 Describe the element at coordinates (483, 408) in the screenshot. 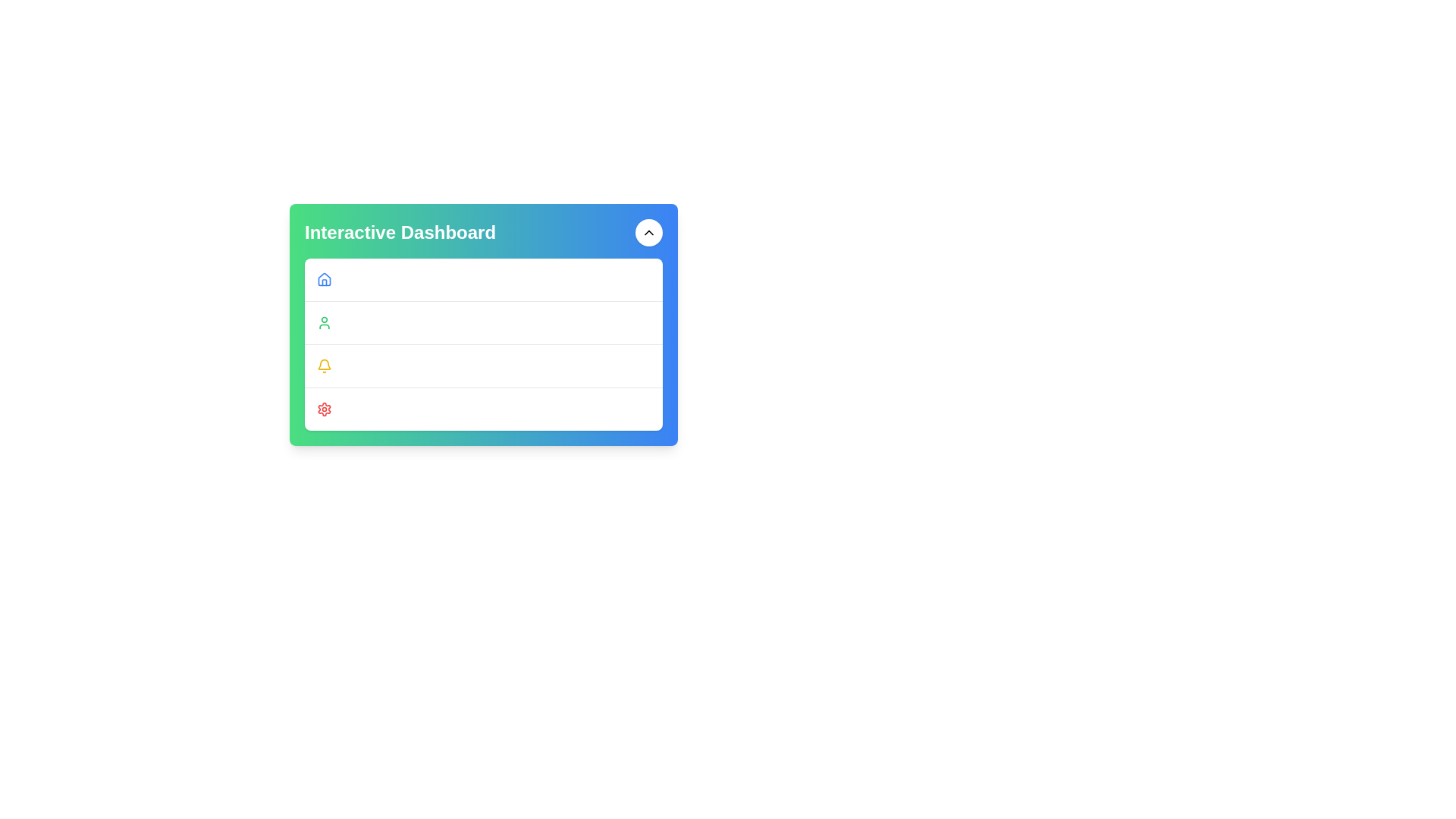

I see `the fourth menu item in the vertical list` at that location.